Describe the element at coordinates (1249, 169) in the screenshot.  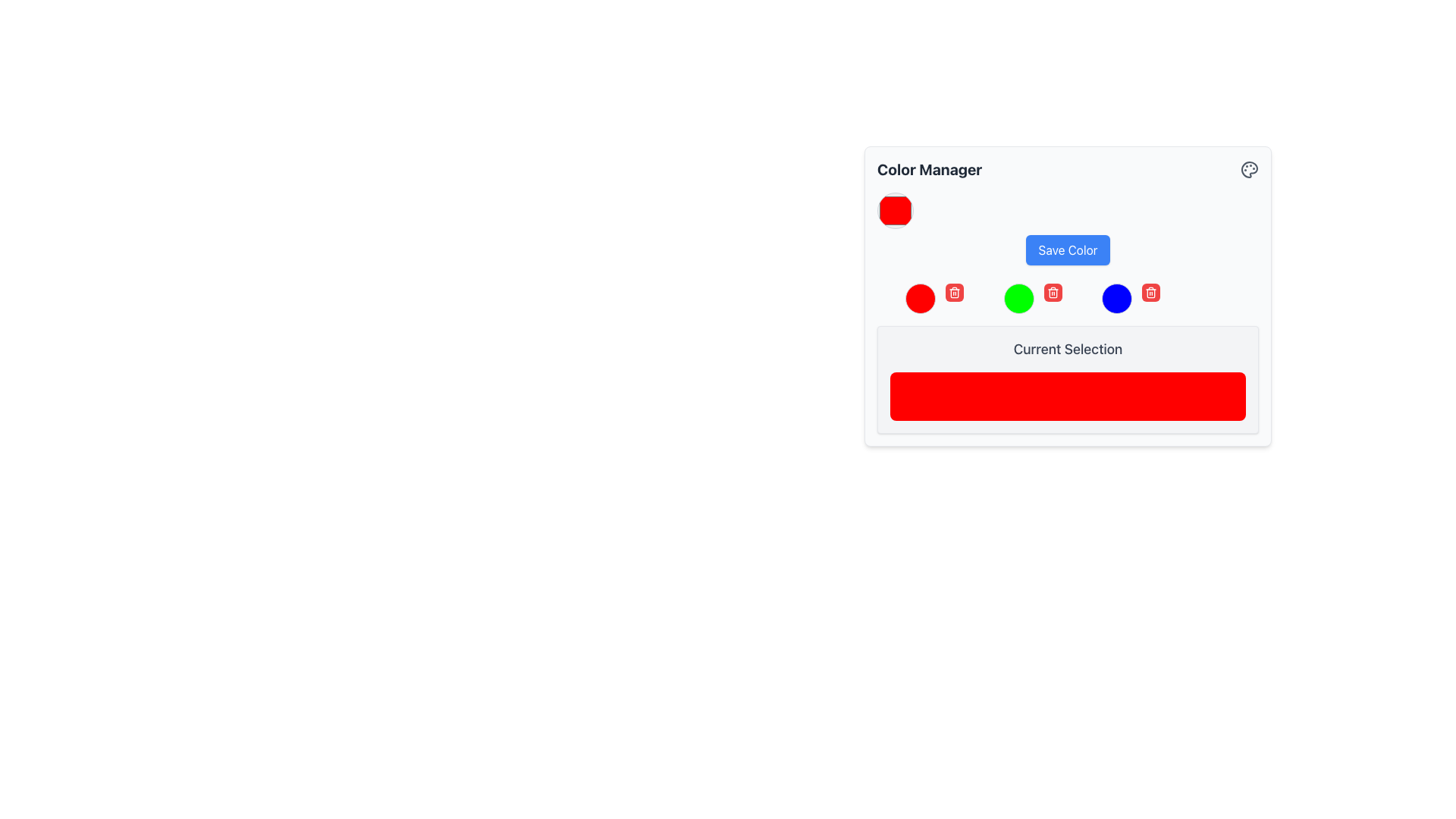
I see `the icon located at the far right of the header area in the 'Color Manager' section` at that location.